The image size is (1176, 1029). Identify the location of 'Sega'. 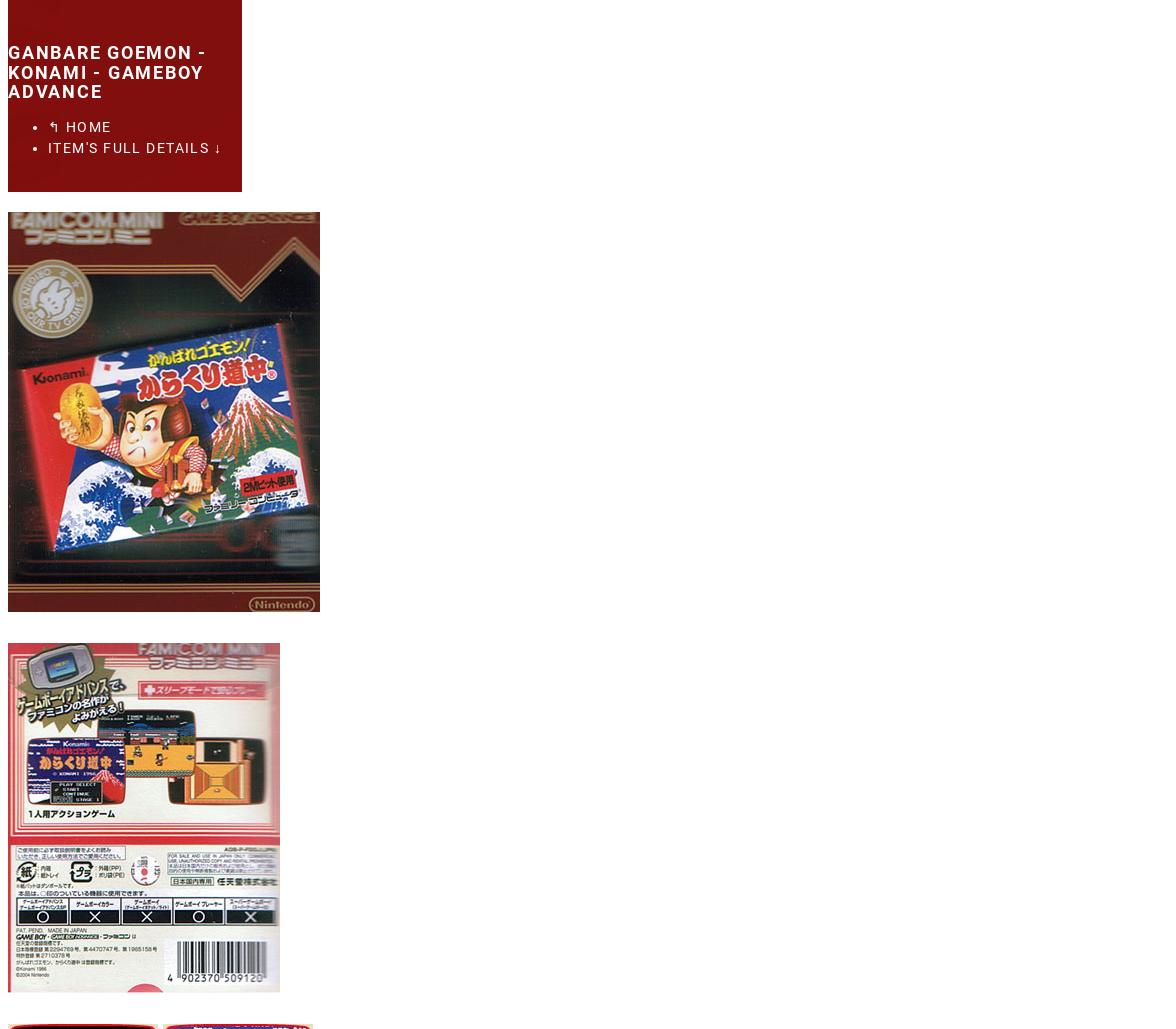
(92, 17).